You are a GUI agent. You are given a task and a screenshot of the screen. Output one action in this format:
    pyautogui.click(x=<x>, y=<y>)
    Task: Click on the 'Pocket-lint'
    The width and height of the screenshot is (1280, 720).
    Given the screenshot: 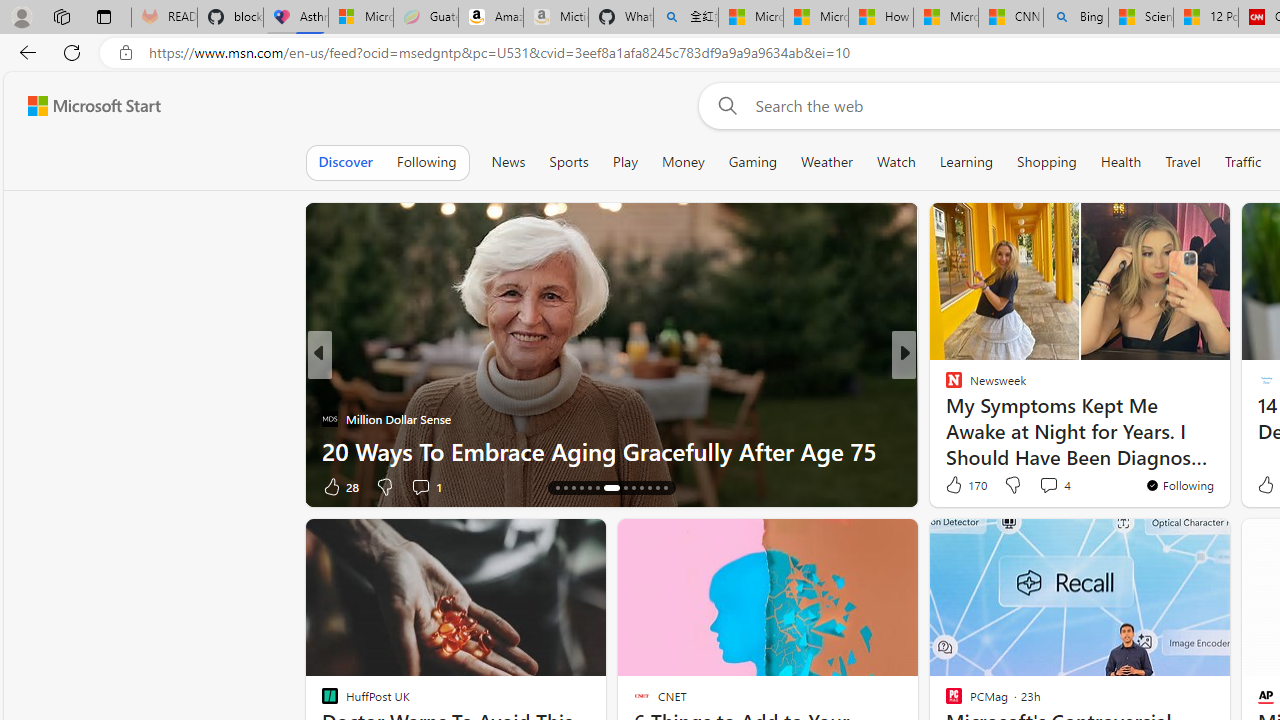 What is the action you would take?
    pyautogui.click(x=944, y=418)
    